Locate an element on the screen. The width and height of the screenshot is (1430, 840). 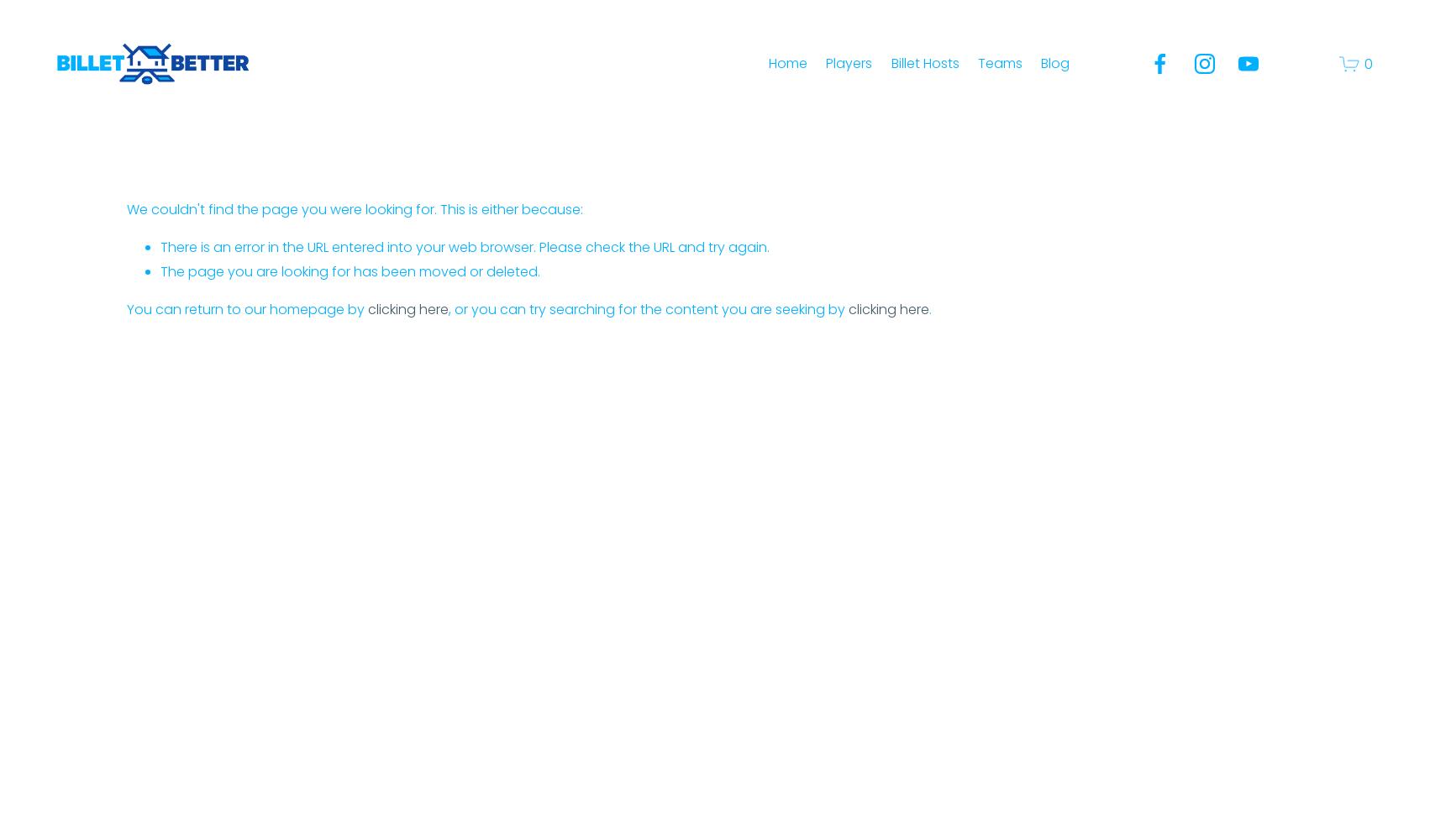
'We couldn't find the page you were looking for. This is either because:' is located at coordinates (355, 208).